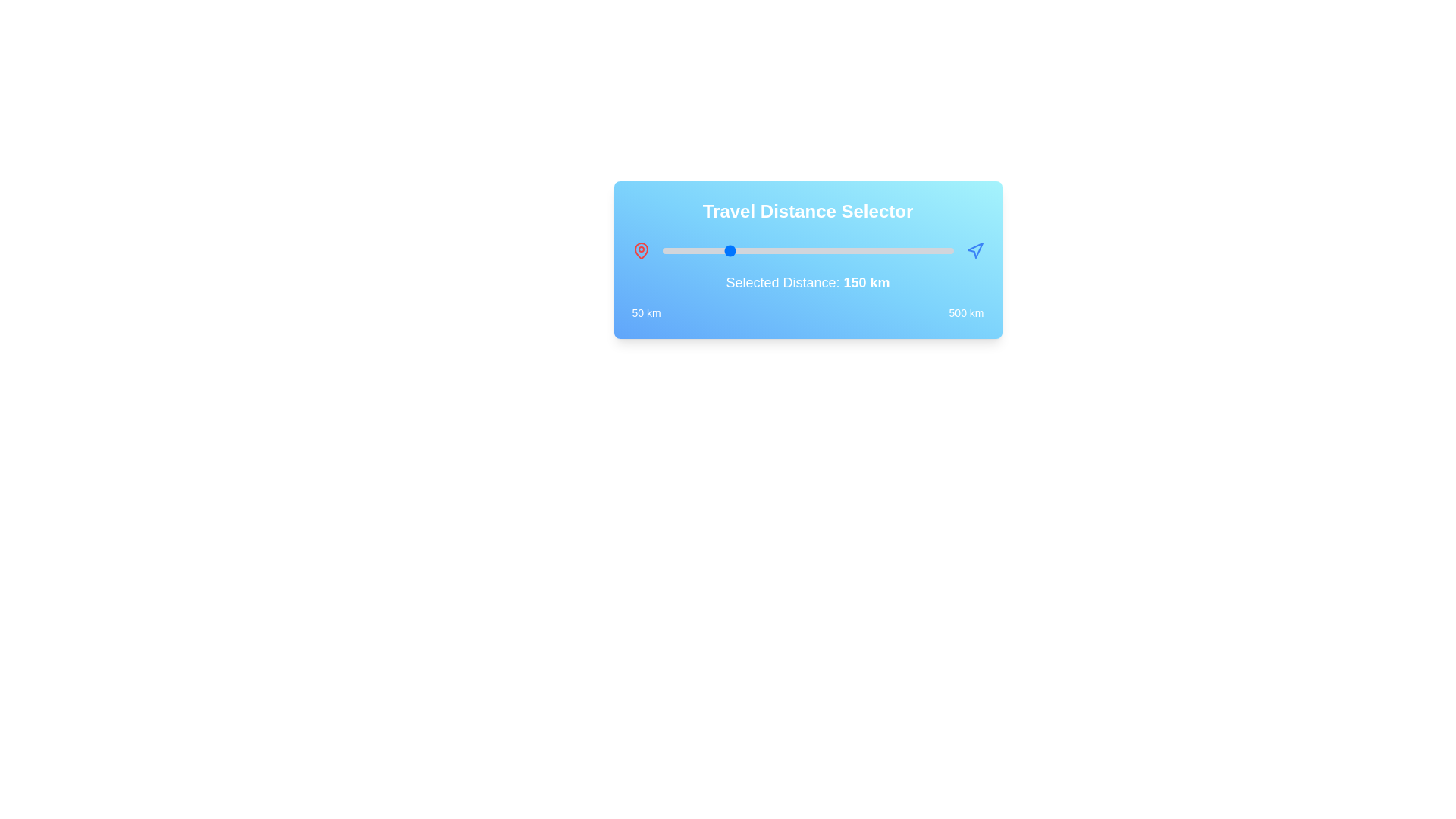 The image size is (1456, 819). I want to click on the travel distance to 89 km by interacting with the slider, so click(686, 250).